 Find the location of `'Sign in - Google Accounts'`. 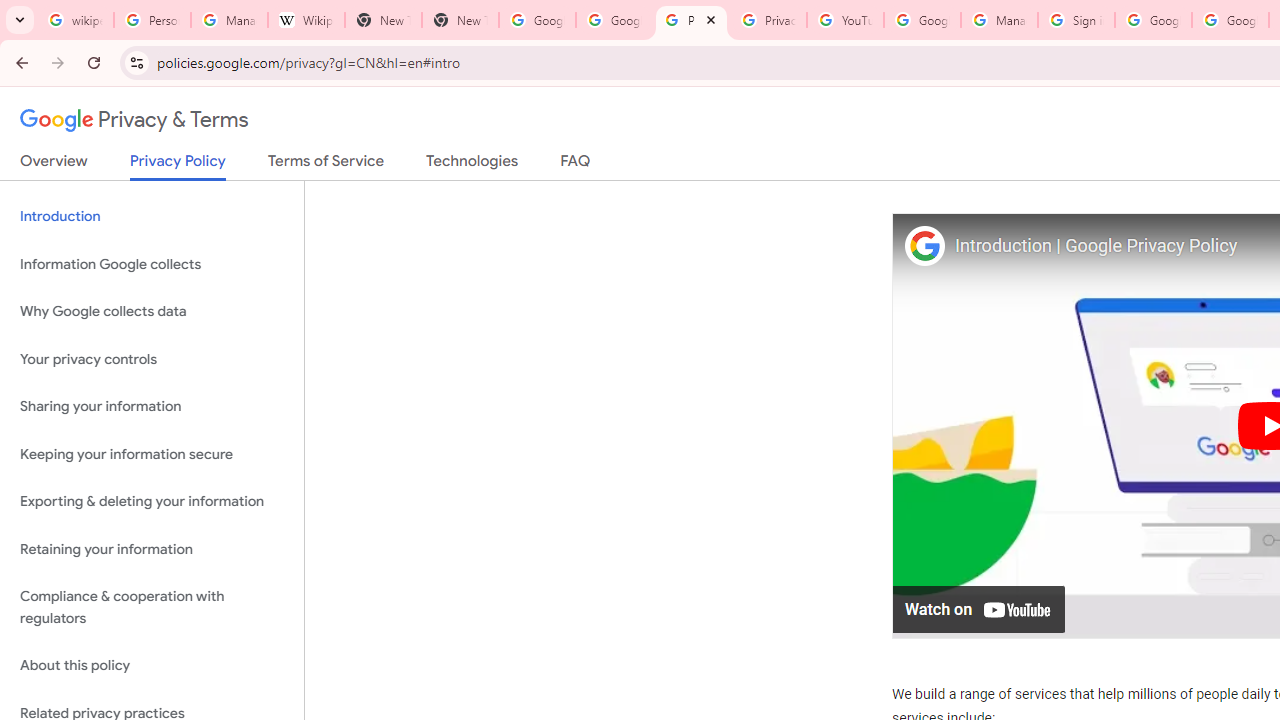

'Sign in - Google Accounts' is located at coordinates (1075, 20).